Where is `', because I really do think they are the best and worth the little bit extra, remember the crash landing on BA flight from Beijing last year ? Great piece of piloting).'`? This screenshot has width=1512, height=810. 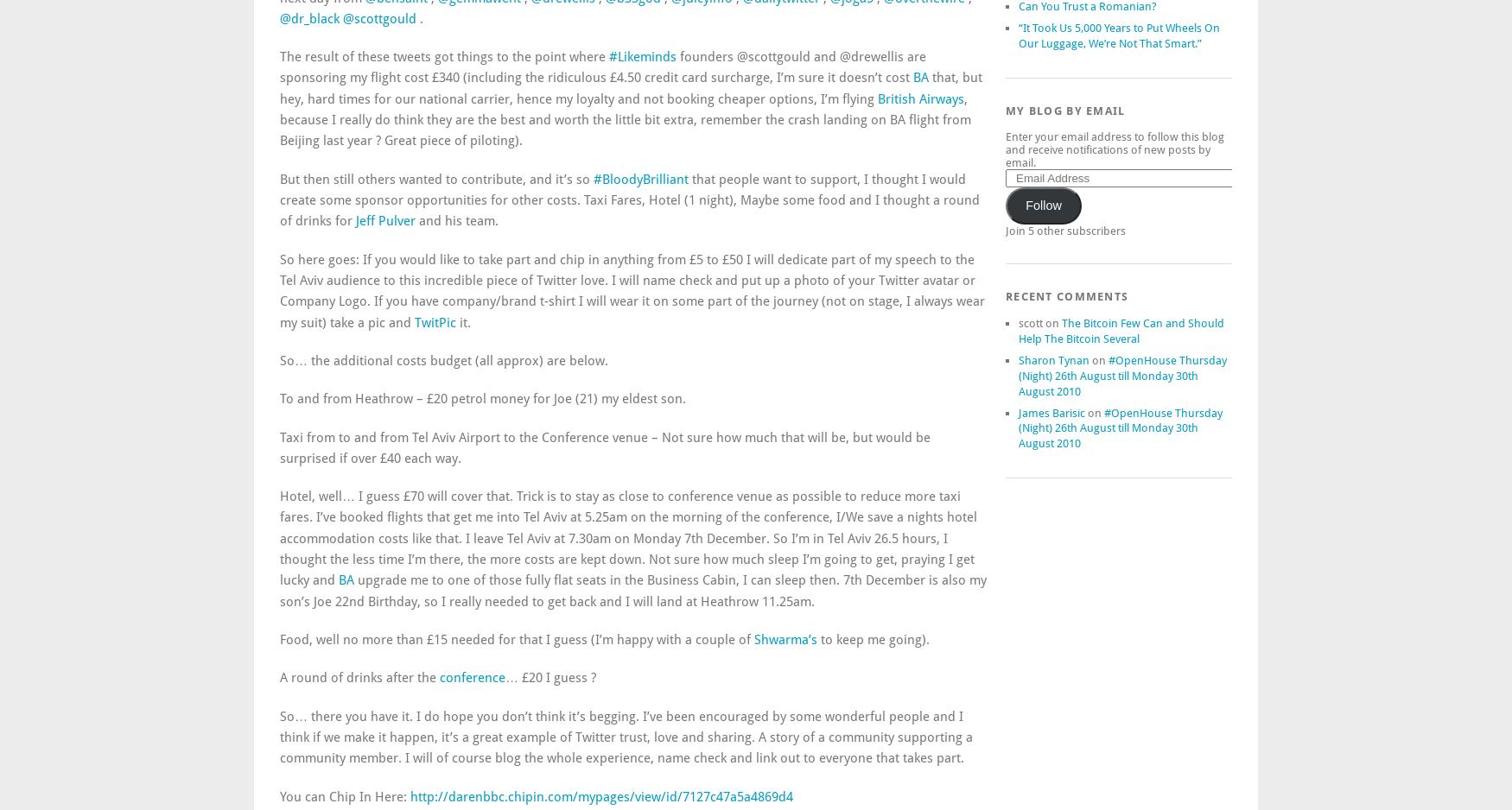 ', because I really do think they are the best and worth the little bit extra, remember the crash landing on BA flight from Beijing last year ? Great piece of piloting).' is located at coordinates (625, 119).